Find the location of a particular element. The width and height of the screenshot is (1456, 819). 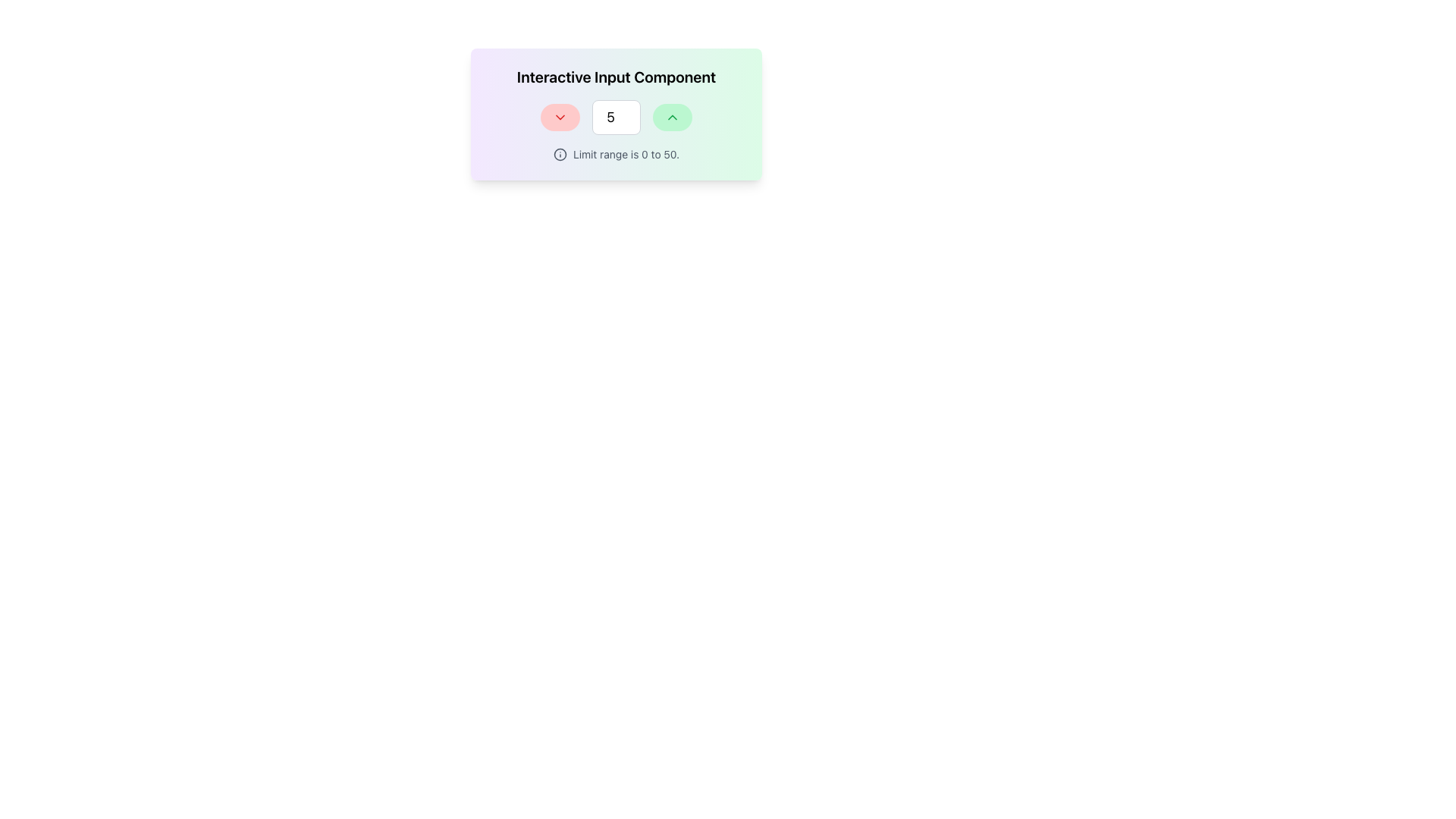

the green upward-pointing chevron icon button located within a circular green background to increase a value is located at coordinates (672, 116).